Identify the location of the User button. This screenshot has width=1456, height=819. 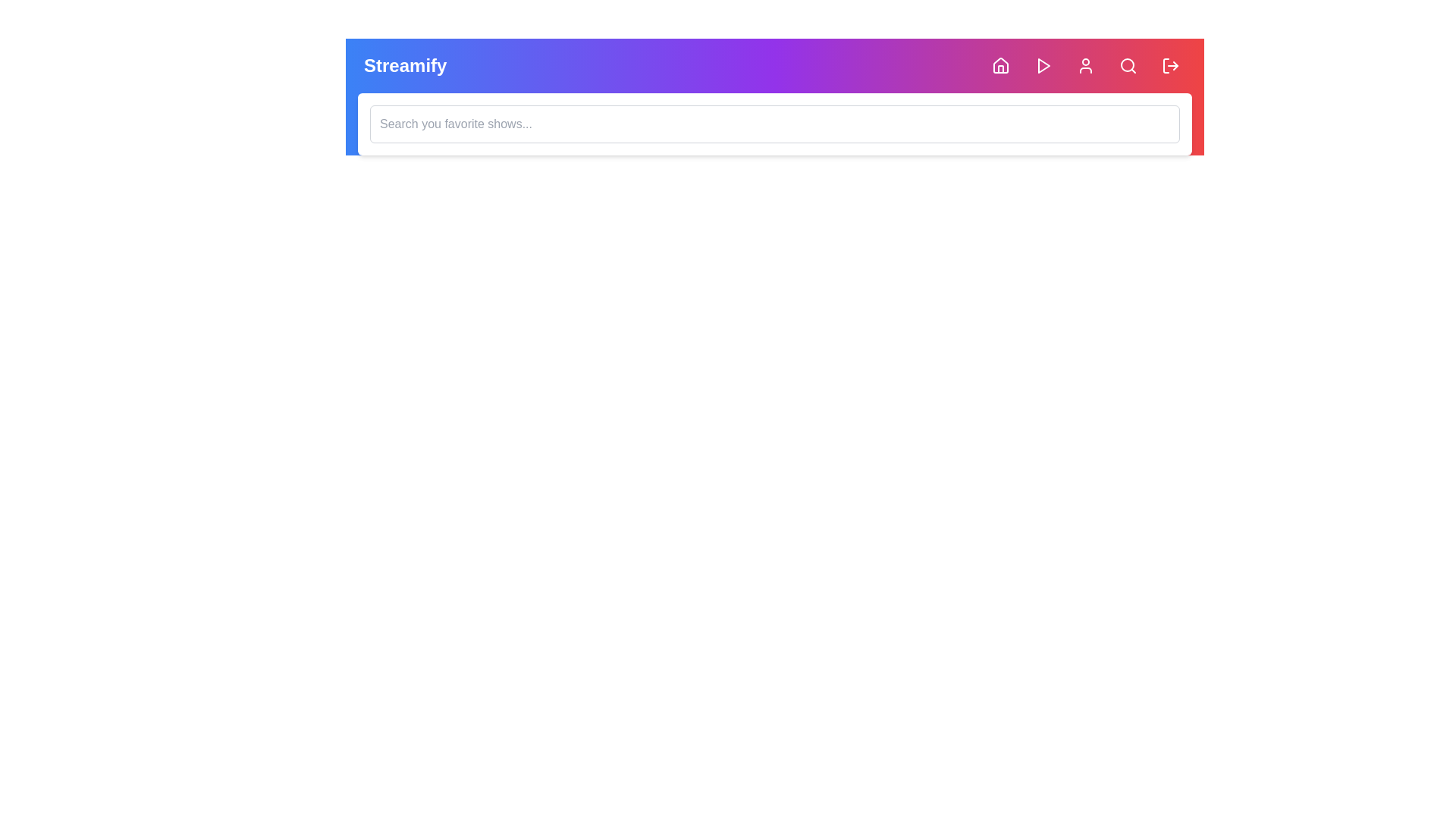
(1084, 65).